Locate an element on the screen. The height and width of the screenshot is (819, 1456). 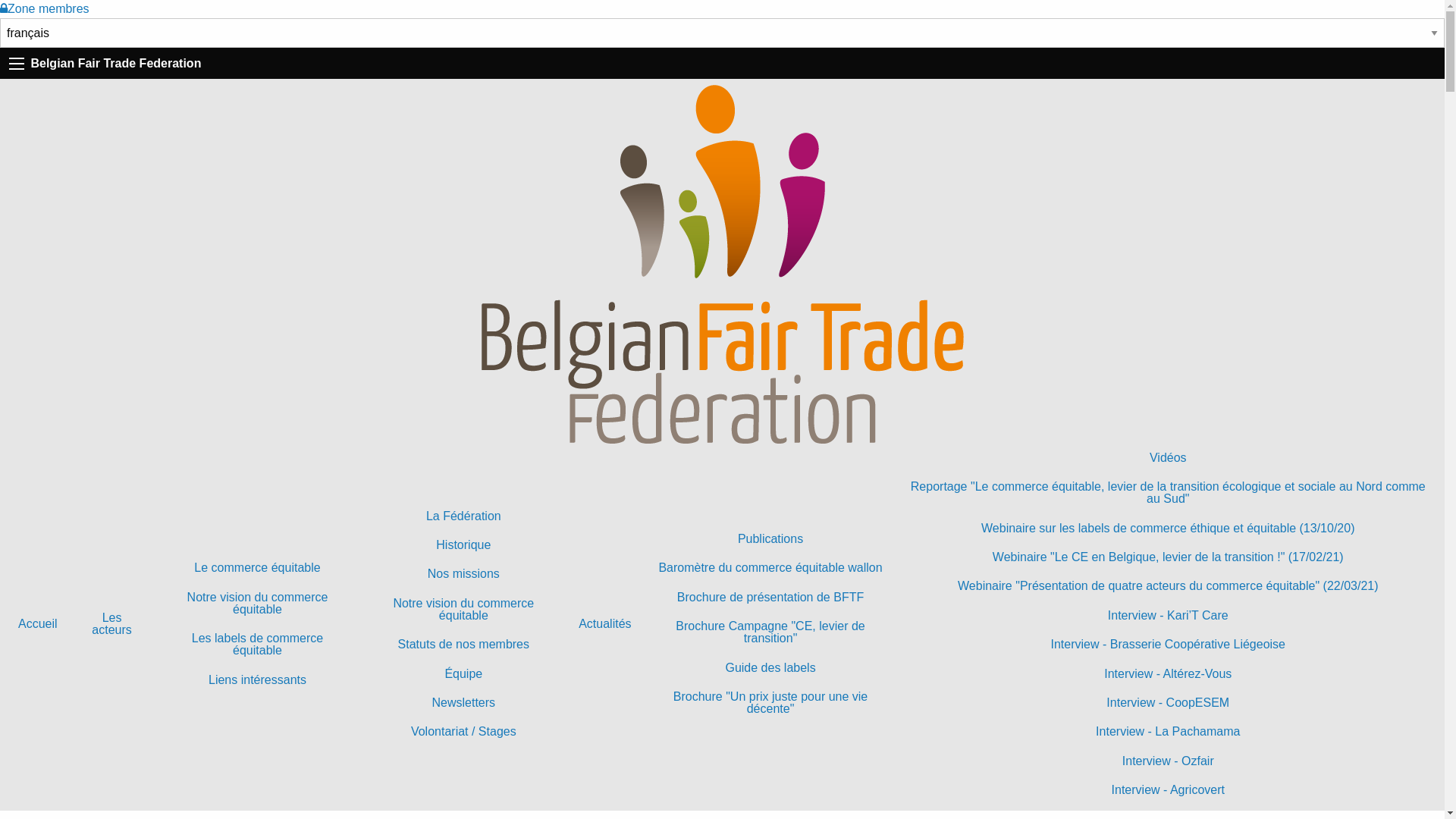
'Historique' is located at coordinates (462, 544).